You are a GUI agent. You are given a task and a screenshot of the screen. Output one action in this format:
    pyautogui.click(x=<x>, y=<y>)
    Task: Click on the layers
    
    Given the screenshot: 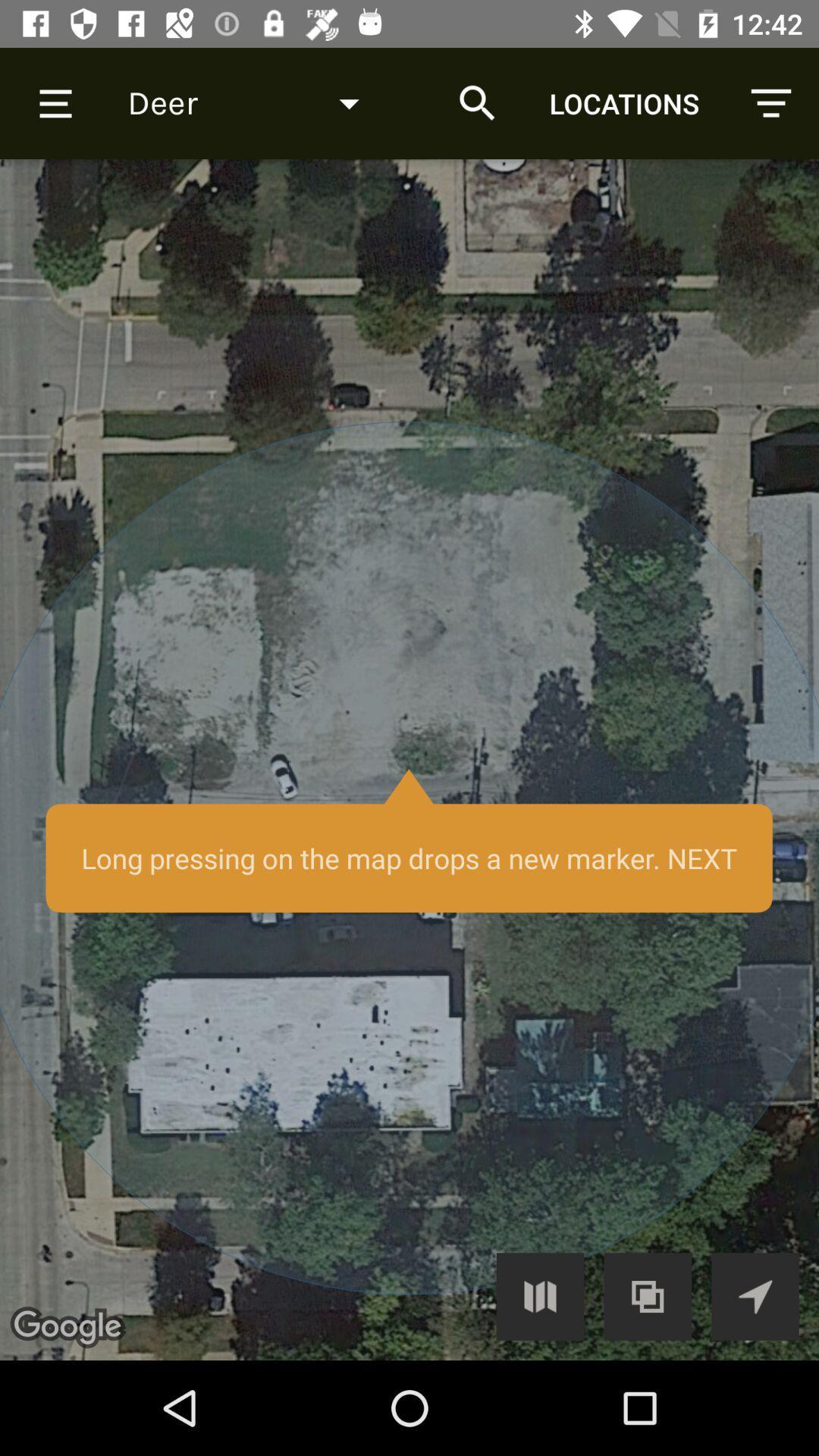 What is the action you would take?
    pyautogui.click(x=648, y=1295)
    